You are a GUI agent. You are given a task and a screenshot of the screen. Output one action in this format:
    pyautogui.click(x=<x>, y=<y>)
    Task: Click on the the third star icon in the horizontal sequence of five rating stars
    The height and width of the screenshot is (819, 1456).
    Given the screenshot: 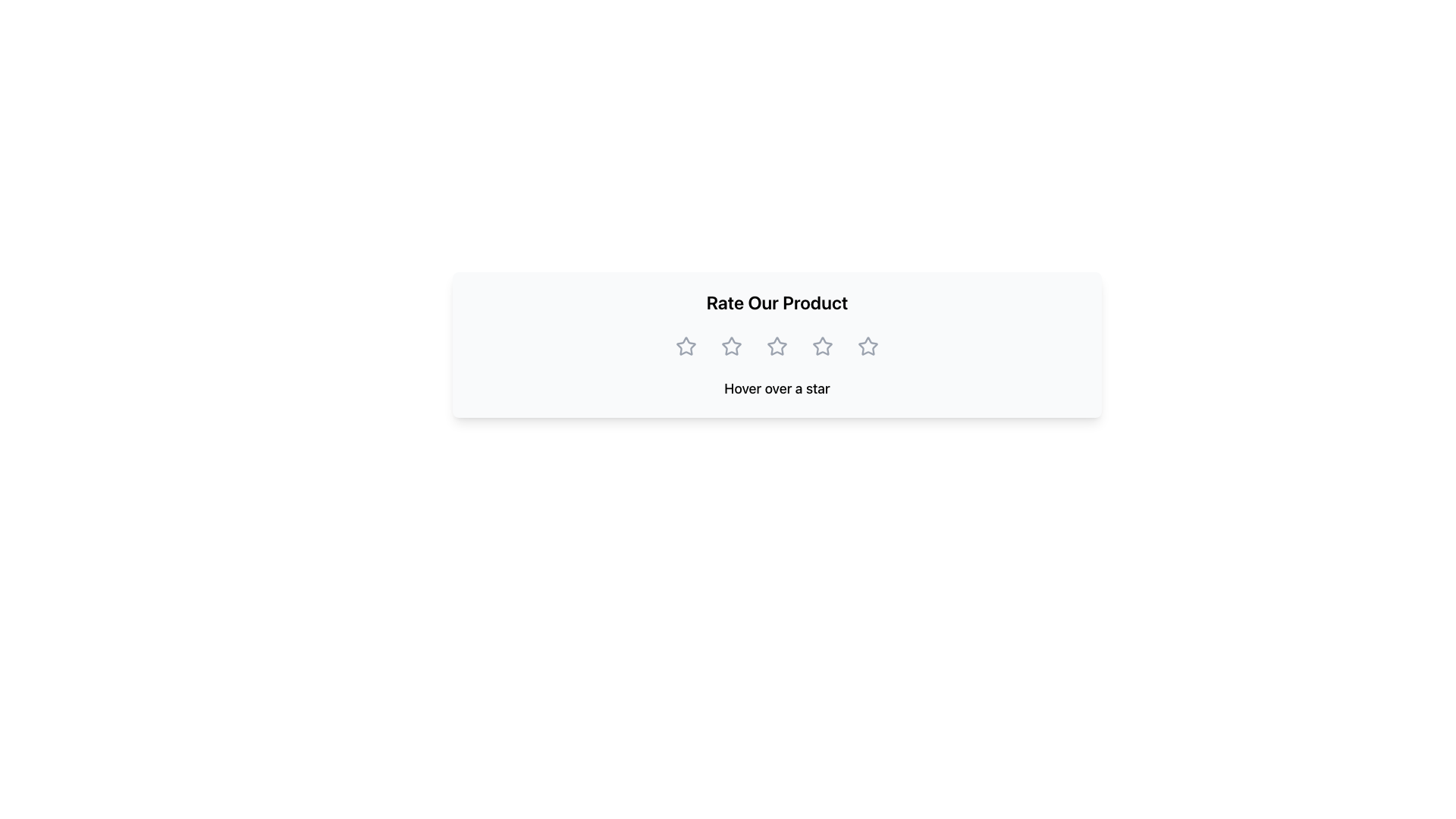 What is the action you would take?
    pyautogui.click(x=777, y=346)
    